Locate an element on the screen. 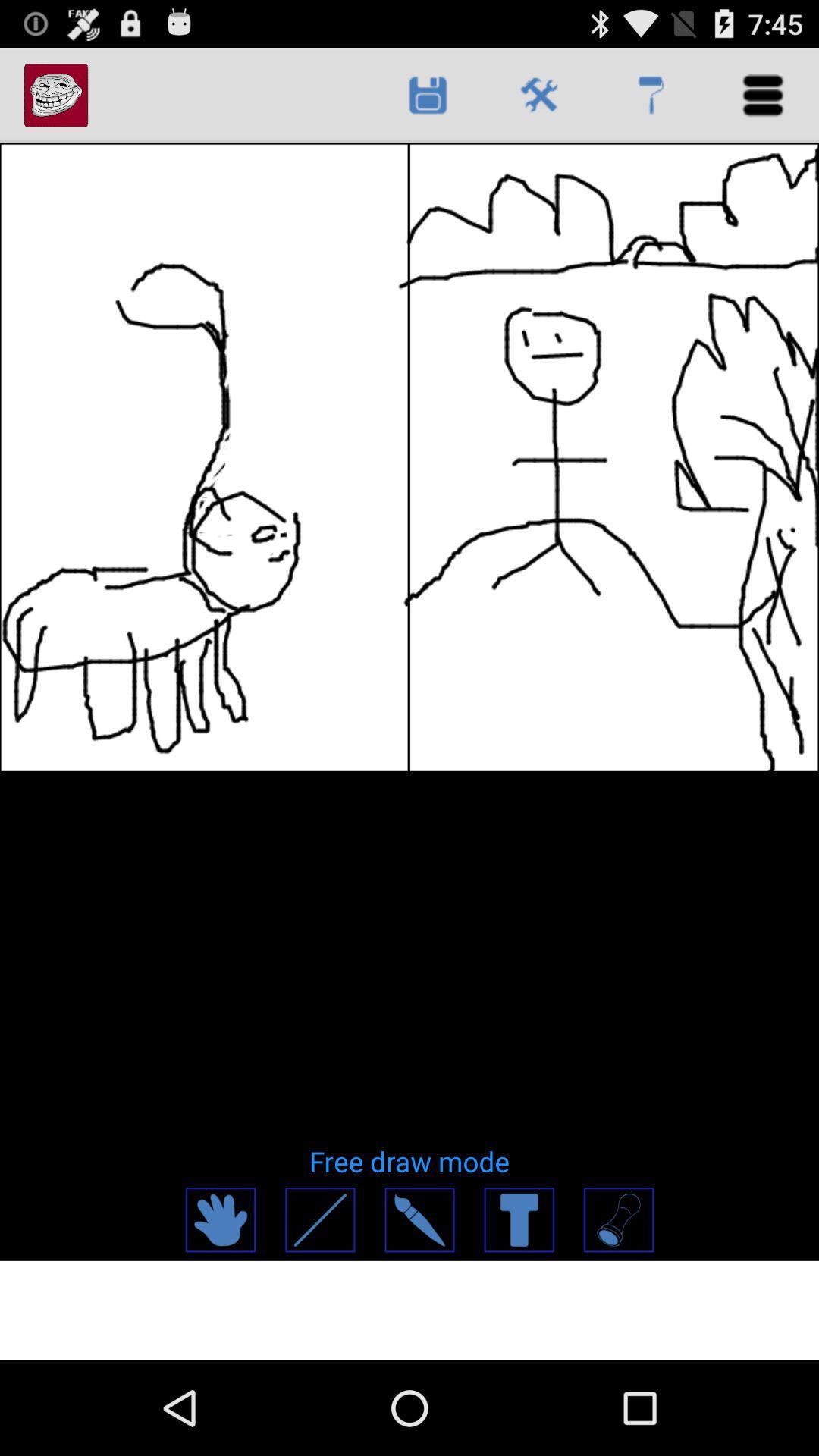 The image size is (819, 1456). access paintbrush is located at coordinates (419, 1219).